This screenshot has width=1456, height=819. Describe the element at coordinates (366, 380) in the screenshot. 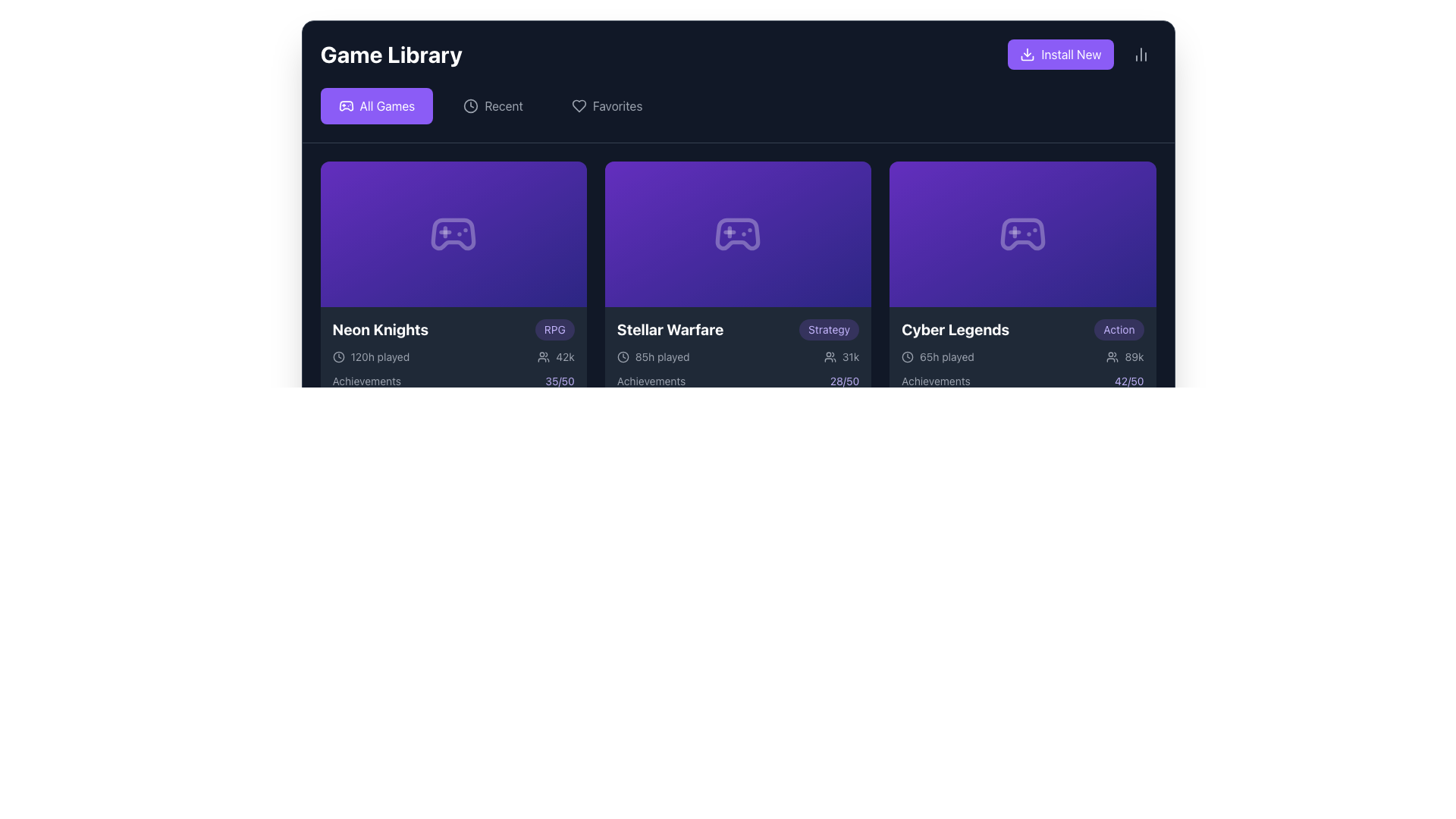

I see `the text label indicating the context or category of the adjacent value for the game's achievements or progress, located in the bottom-left portion of the Neon Knights card` at that location.